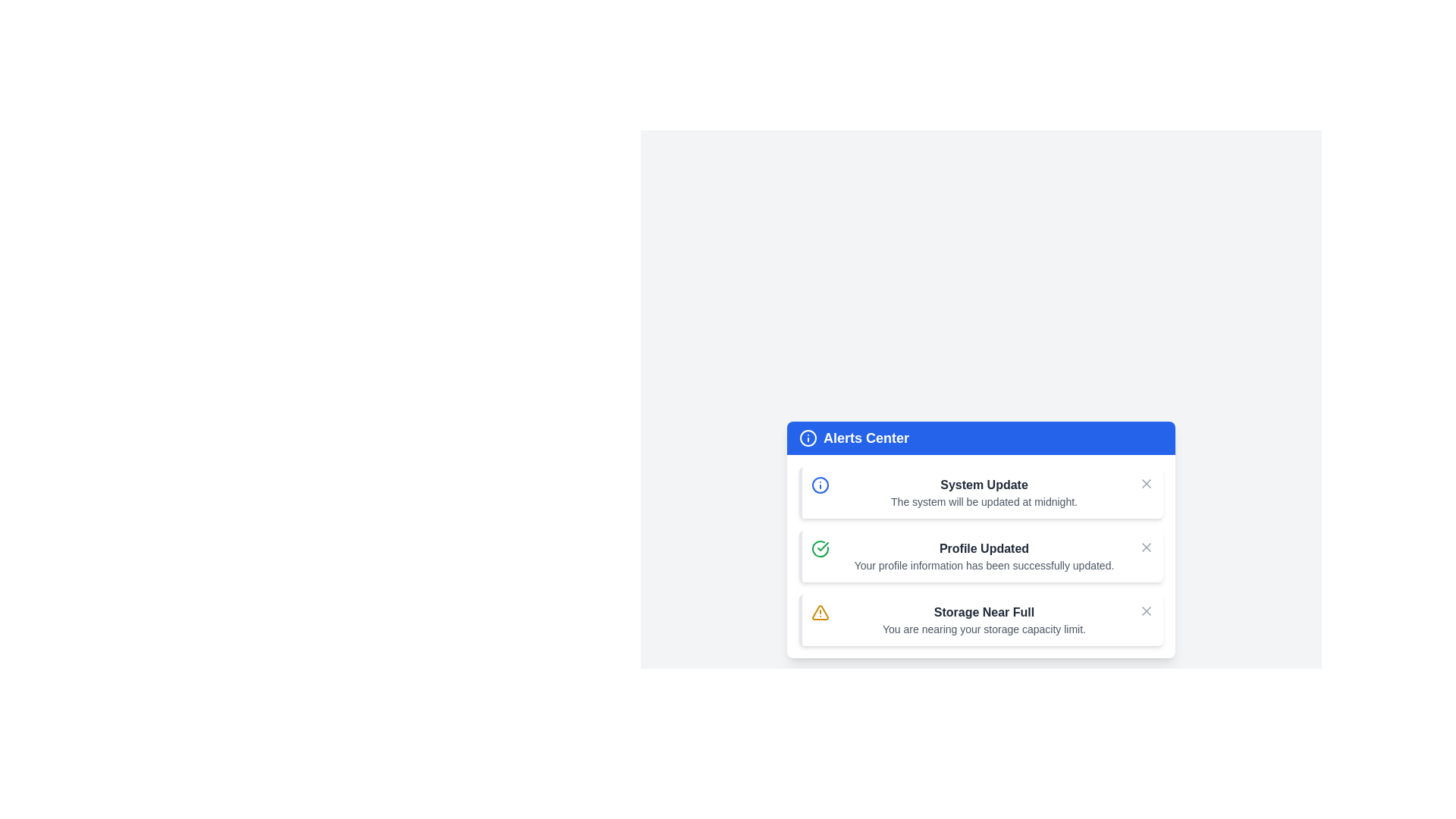  I want to click on the circular icon representing the informational alert in the 'System Update' section, so click(807, 438).